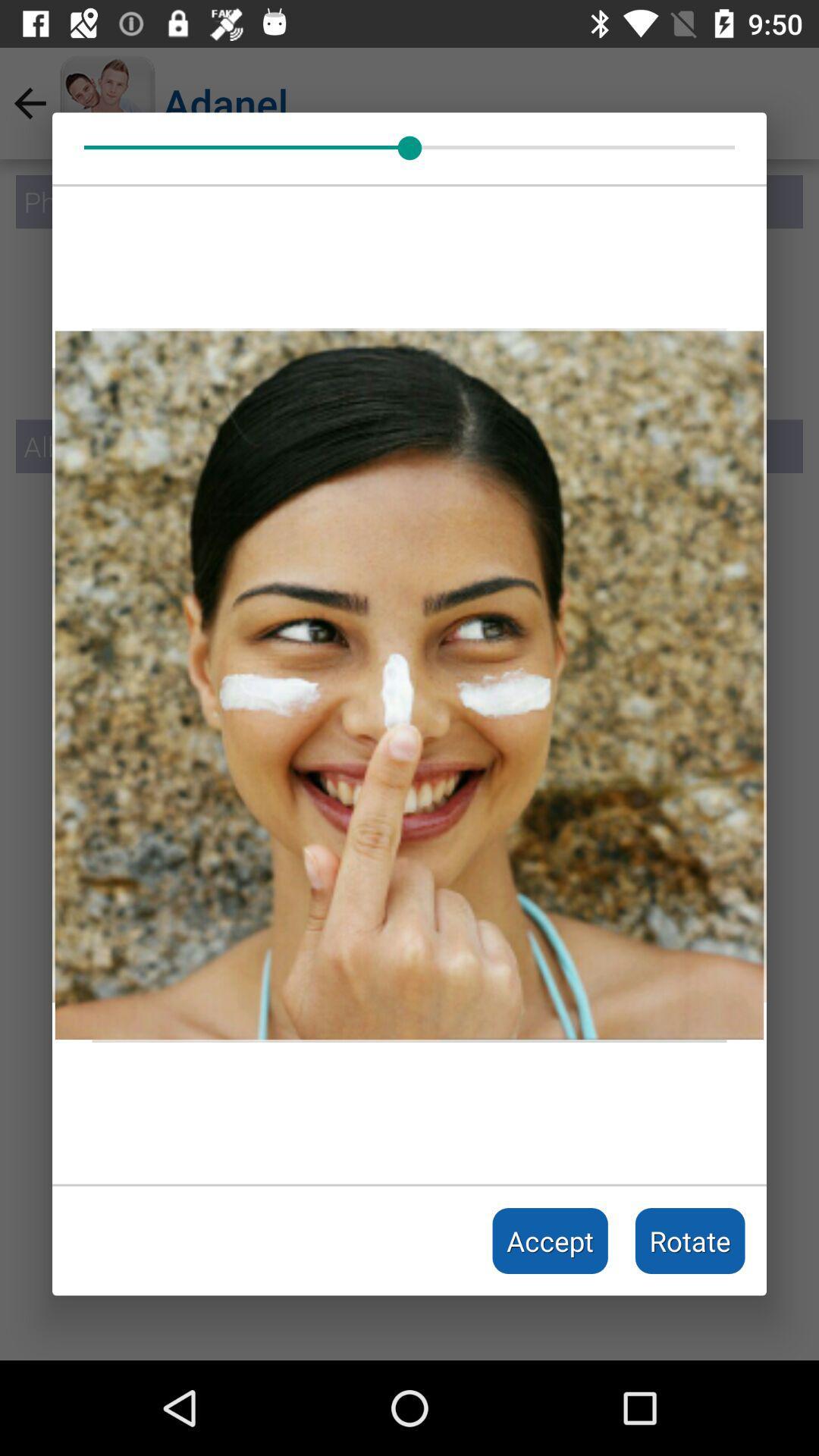 This screenshot has width=819, height=1456. I want to click on the item next to the accept item, so click(690, 1241).